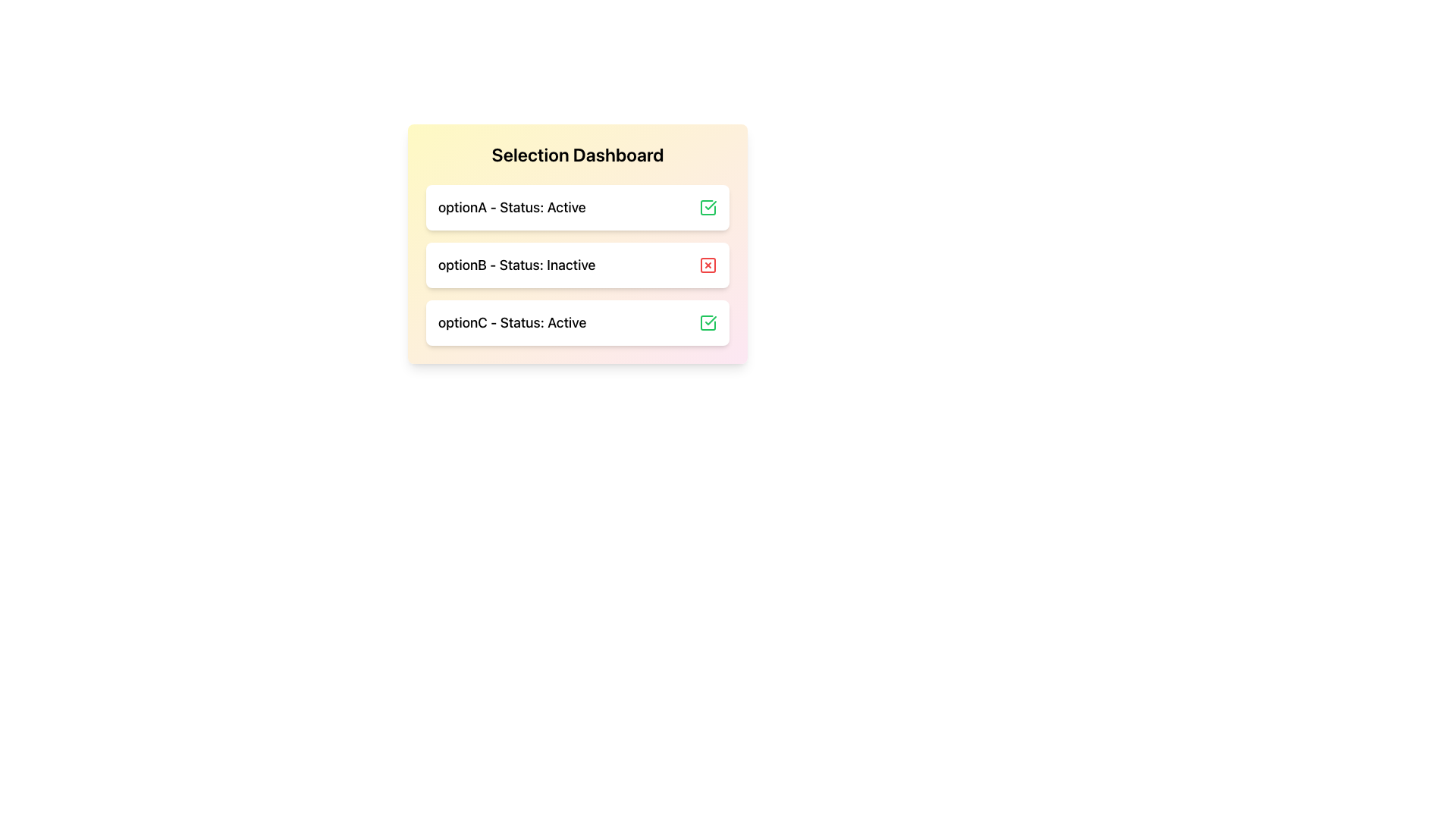  I want to click on the text label displaying 'optionC - Status: Active', which is the third item in a vertically stacked list in the dashboard, located below 'optionB - Status: Inactive', so click(512, 322).